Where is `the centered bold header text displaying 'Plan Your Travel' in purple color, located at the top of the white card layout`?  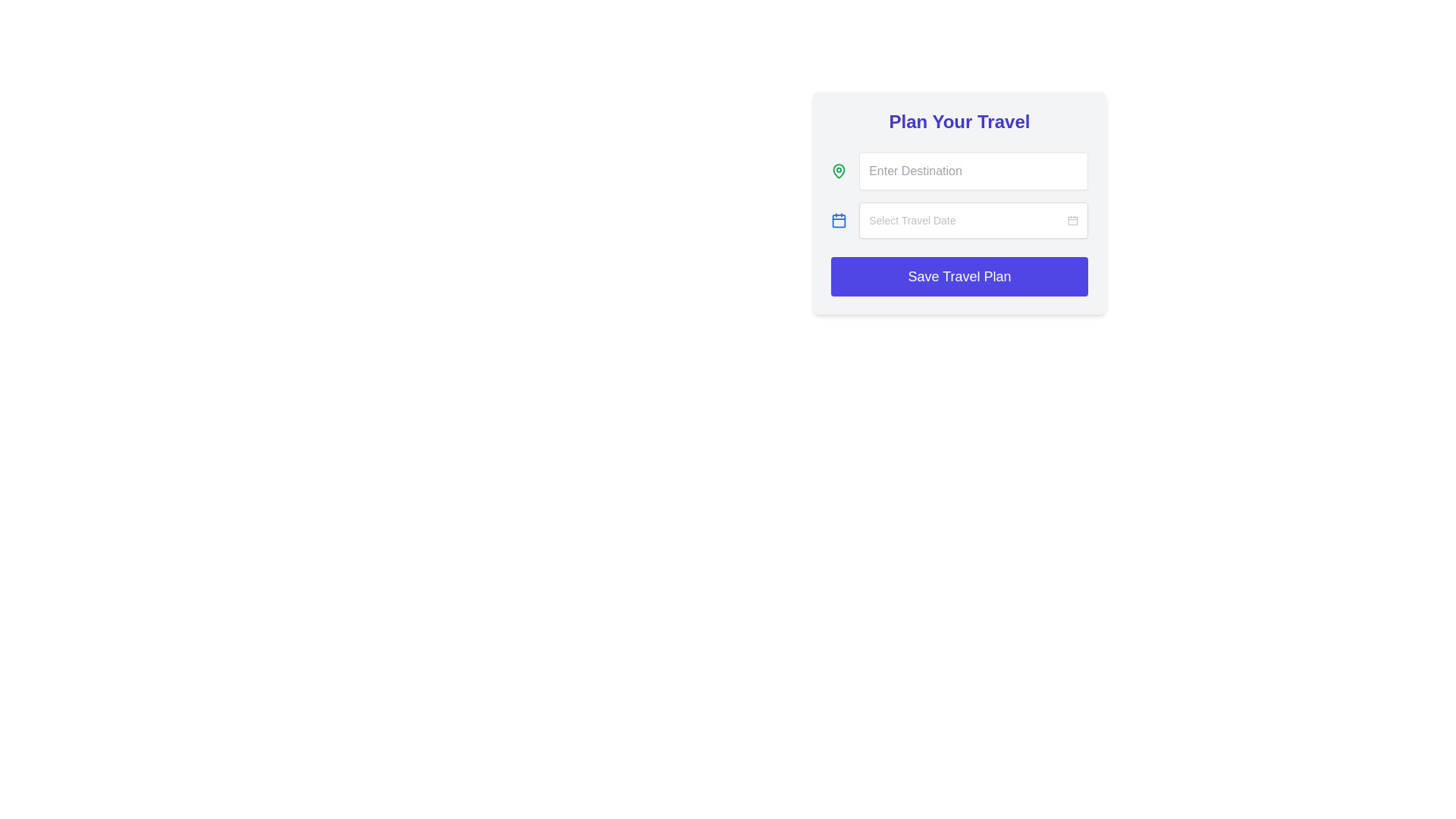 the centered bold header text displaying 'Plan Your Travel' in purple color, located at the top of the white card layout is located at coordinates (959, 121).